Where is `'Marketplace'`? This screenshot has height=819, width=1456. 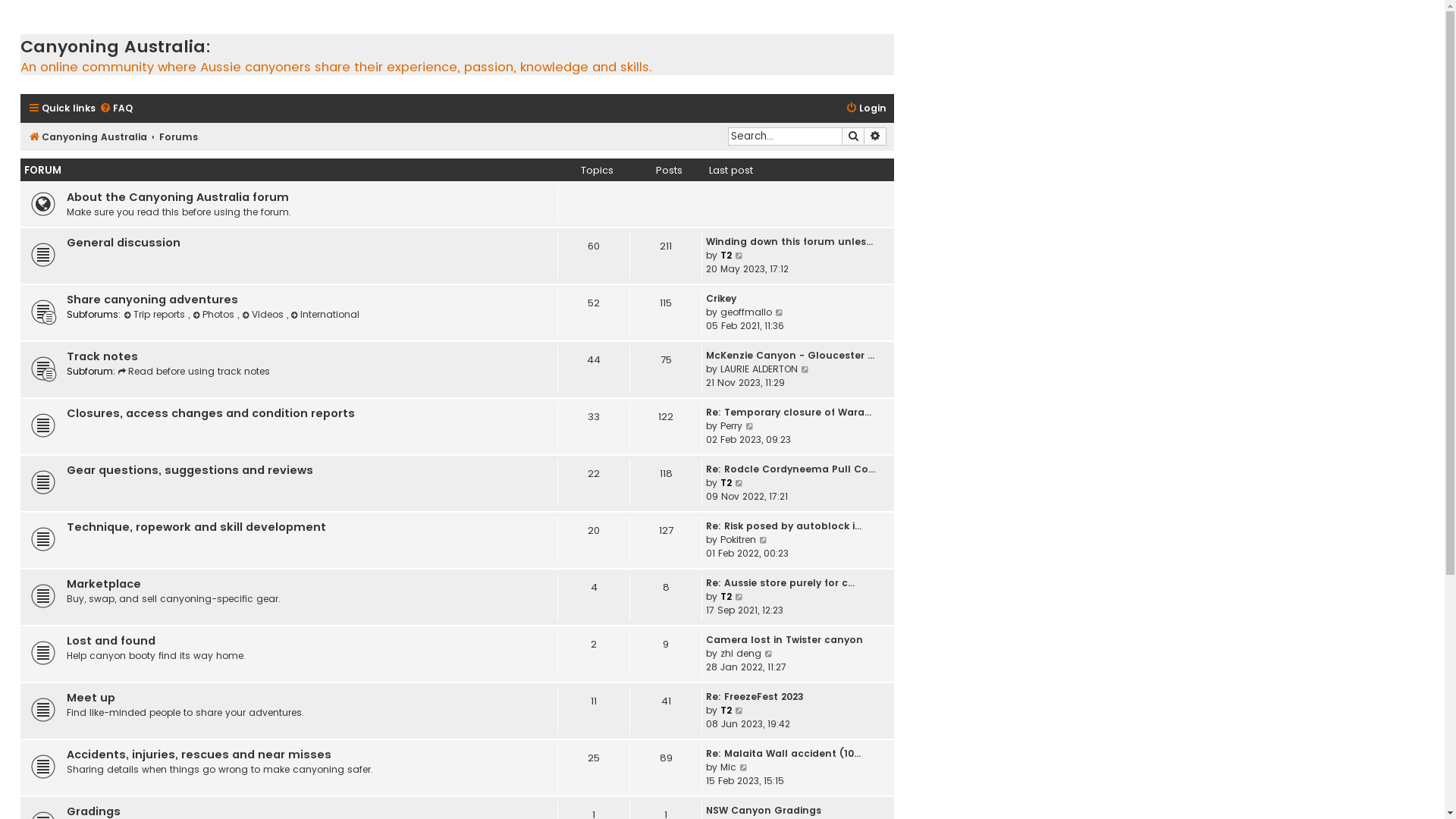
'Marketplace' is located at coordinates (103, 584).